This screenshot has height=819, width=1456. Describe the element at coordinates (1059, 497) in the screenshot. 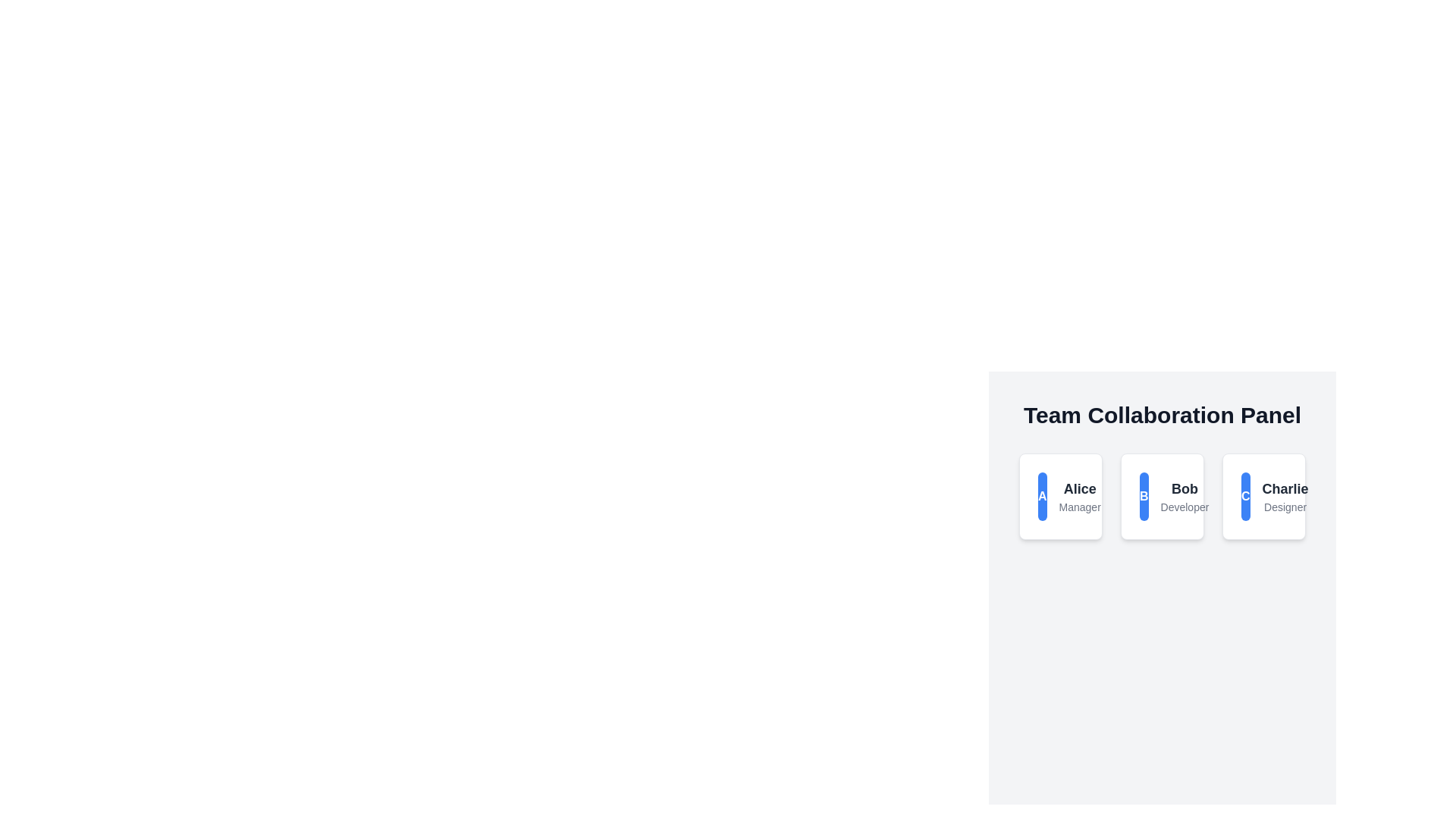

I see `the Profile Card element featuring an avatar icon with the letter 'A', the name 'Alice' in bold, and the title 'Manager'` at that location.